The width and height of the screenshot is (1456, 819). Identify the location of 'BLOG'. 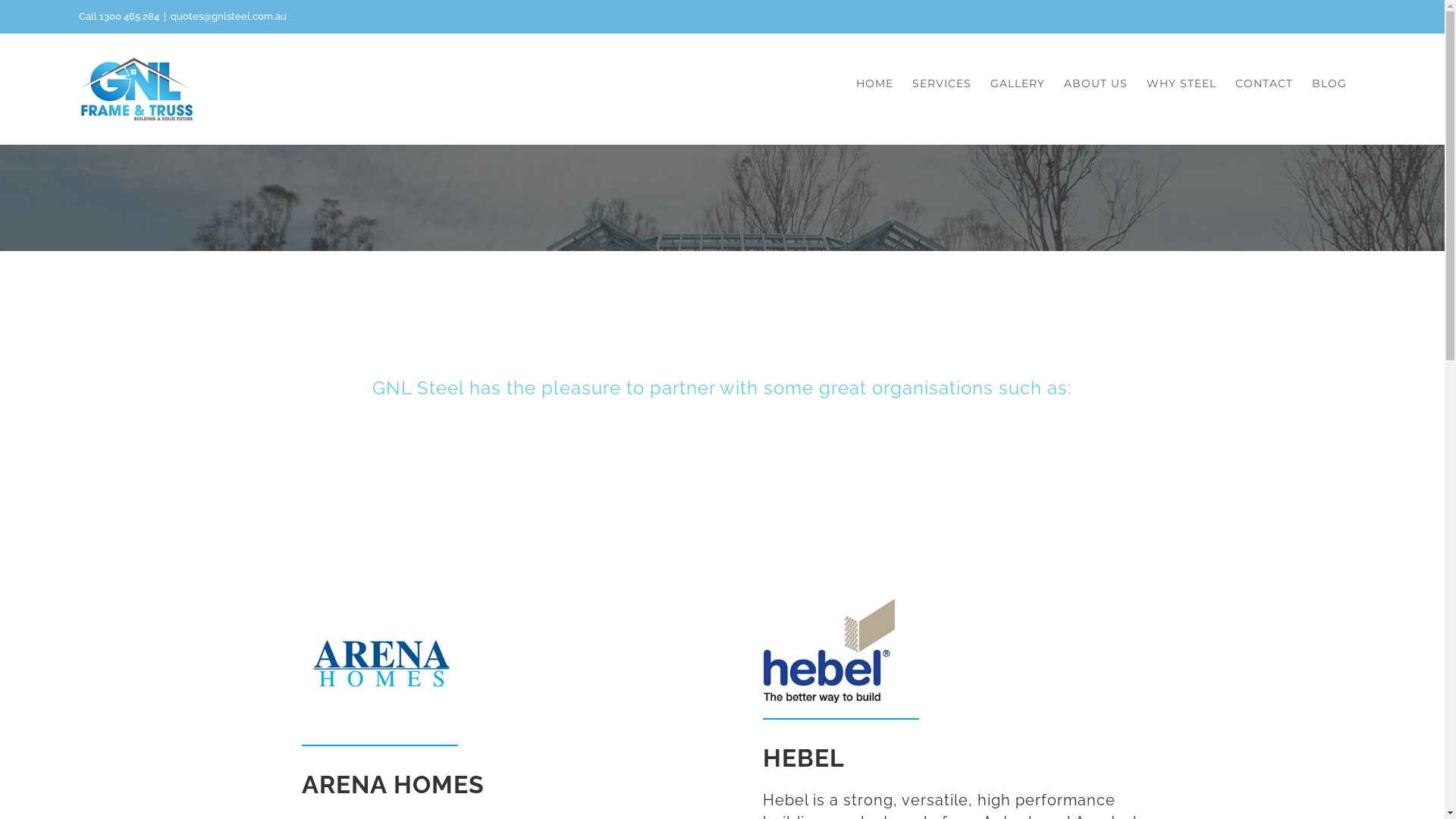
(1310, 83).